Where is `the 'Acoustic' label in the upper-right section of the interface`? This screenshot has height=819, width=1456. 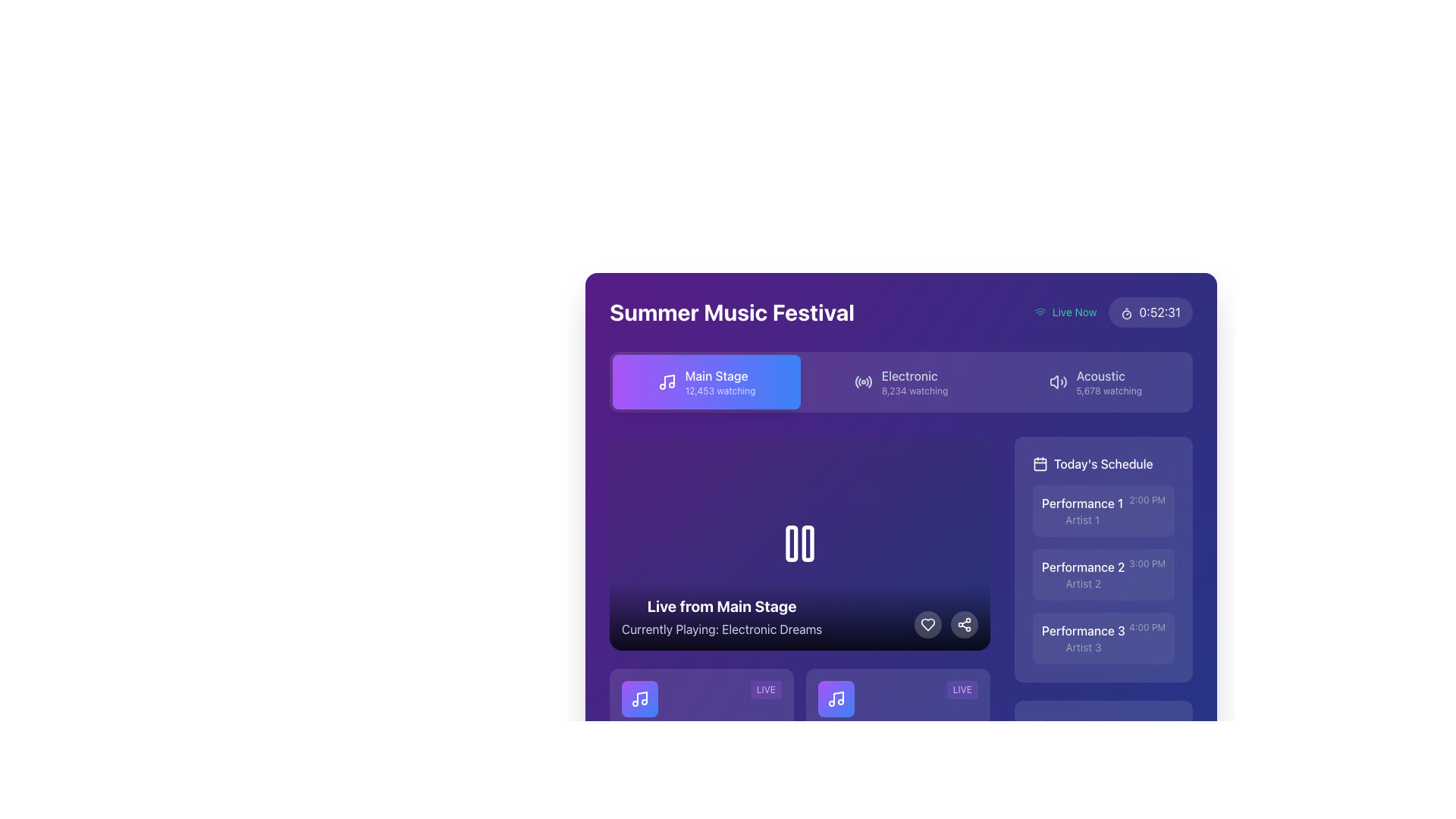
the 'Acoustic' label in the upper-right section of the interface is located at coordinates (1109, 375).